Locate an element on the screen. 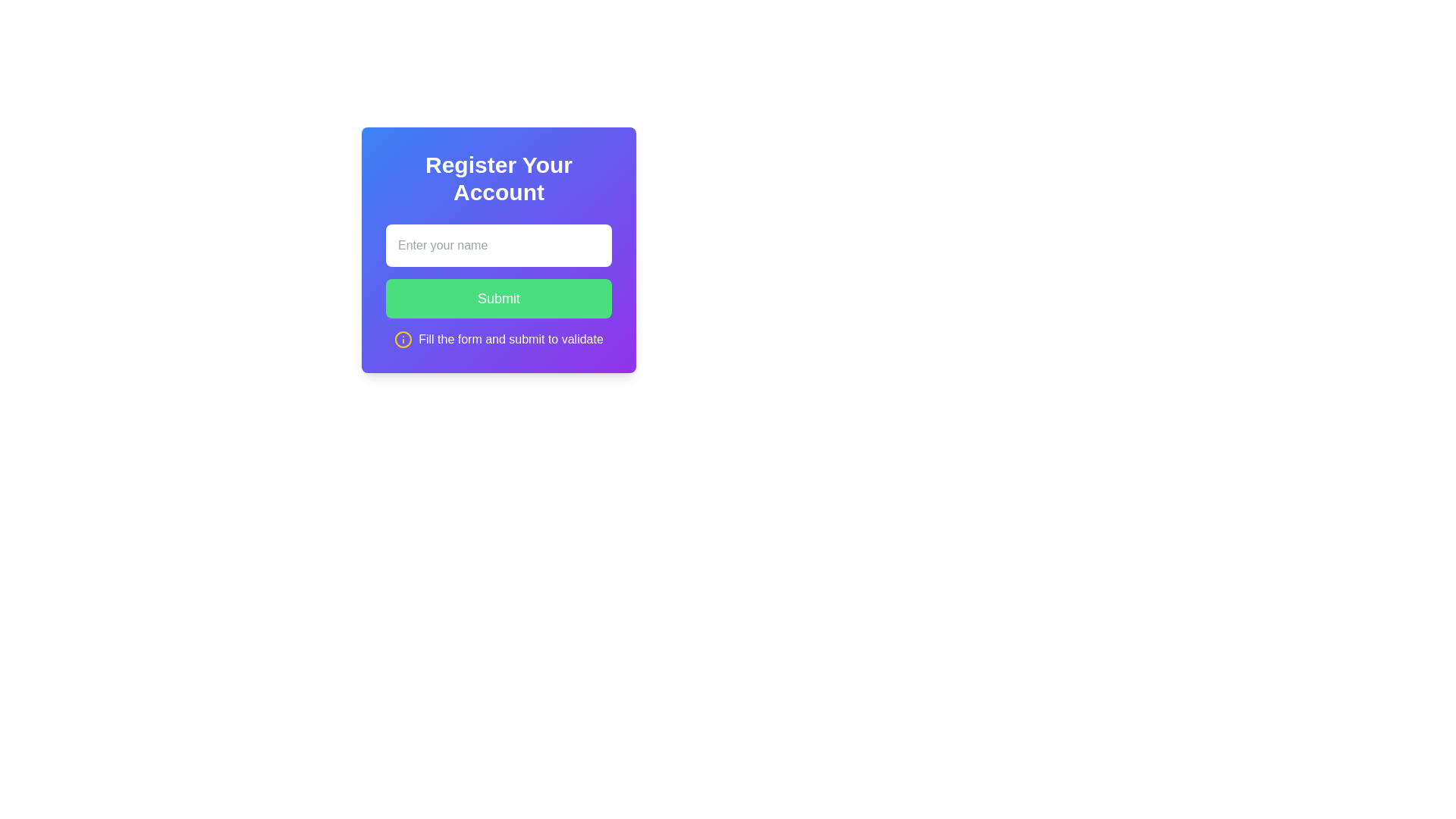 The image size is (1456, 819). the circle with a yellow border located within a blue background, part of an icon to the left of the text label 'Fill the form and submit to validate', at the bottom of the registration form is located at coordinates (403, 338).